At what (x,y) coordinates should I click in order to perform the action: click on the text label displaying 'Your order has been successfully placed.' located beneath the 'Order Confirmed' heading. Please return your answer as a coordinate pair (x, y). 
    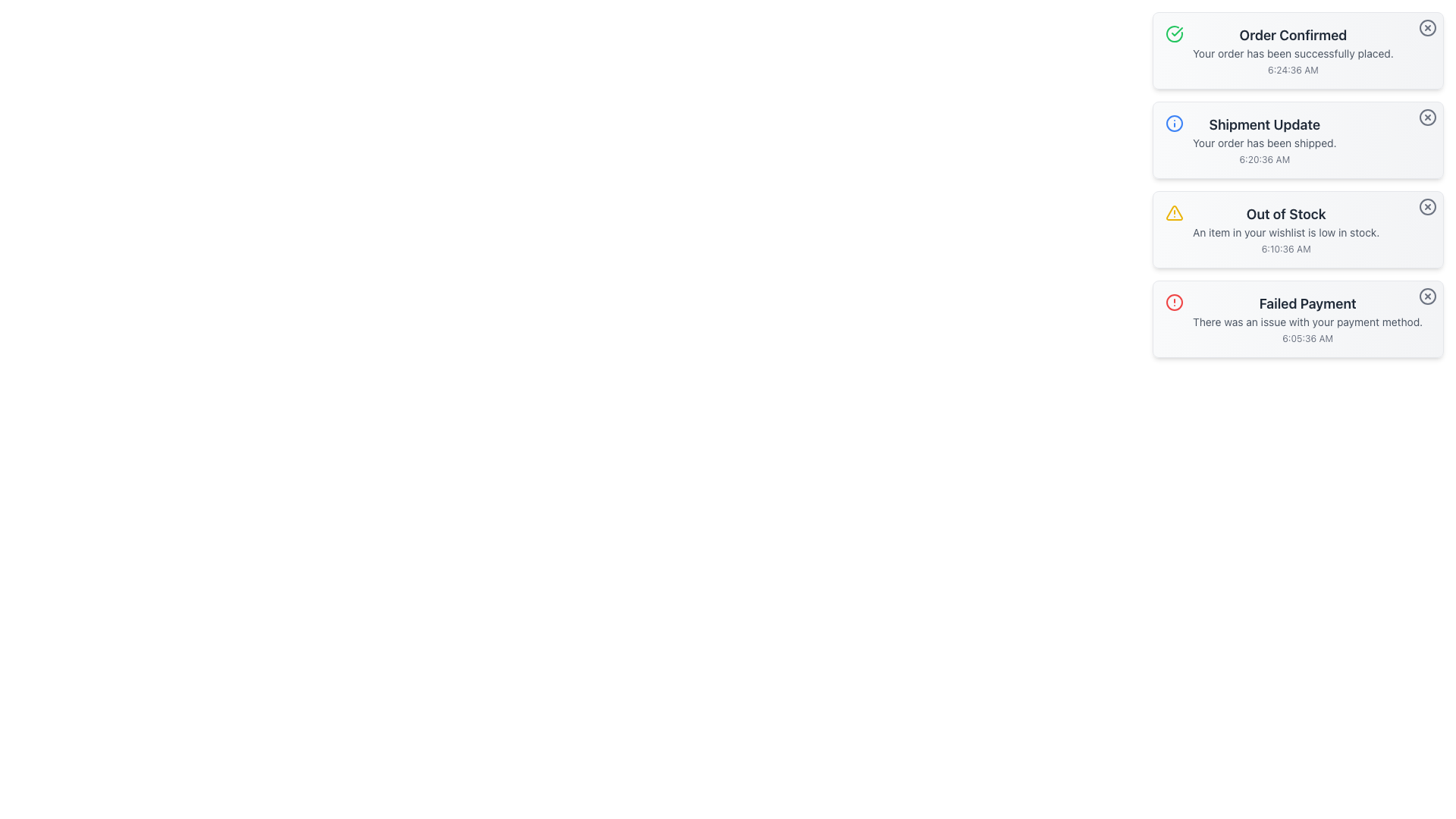
    Looking at the image, I should click on (1292, 52).